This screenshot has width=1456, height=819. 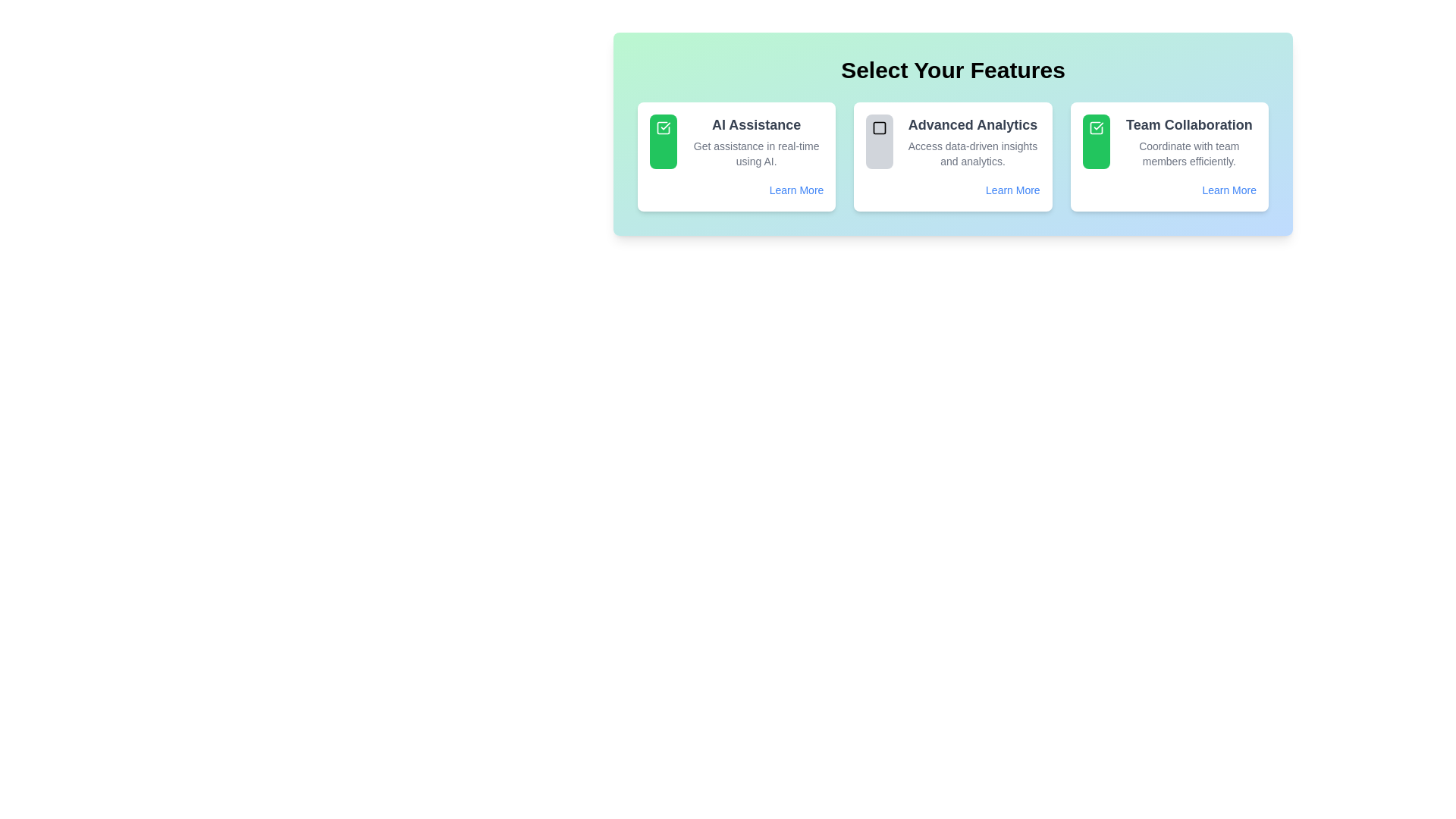 I want to click on the 'Advanced Analytics' text label, which is a bold, dark-gray font situated at the top of the second feature card in a horizontal sequence of three cards, so click(x=972, y=124).